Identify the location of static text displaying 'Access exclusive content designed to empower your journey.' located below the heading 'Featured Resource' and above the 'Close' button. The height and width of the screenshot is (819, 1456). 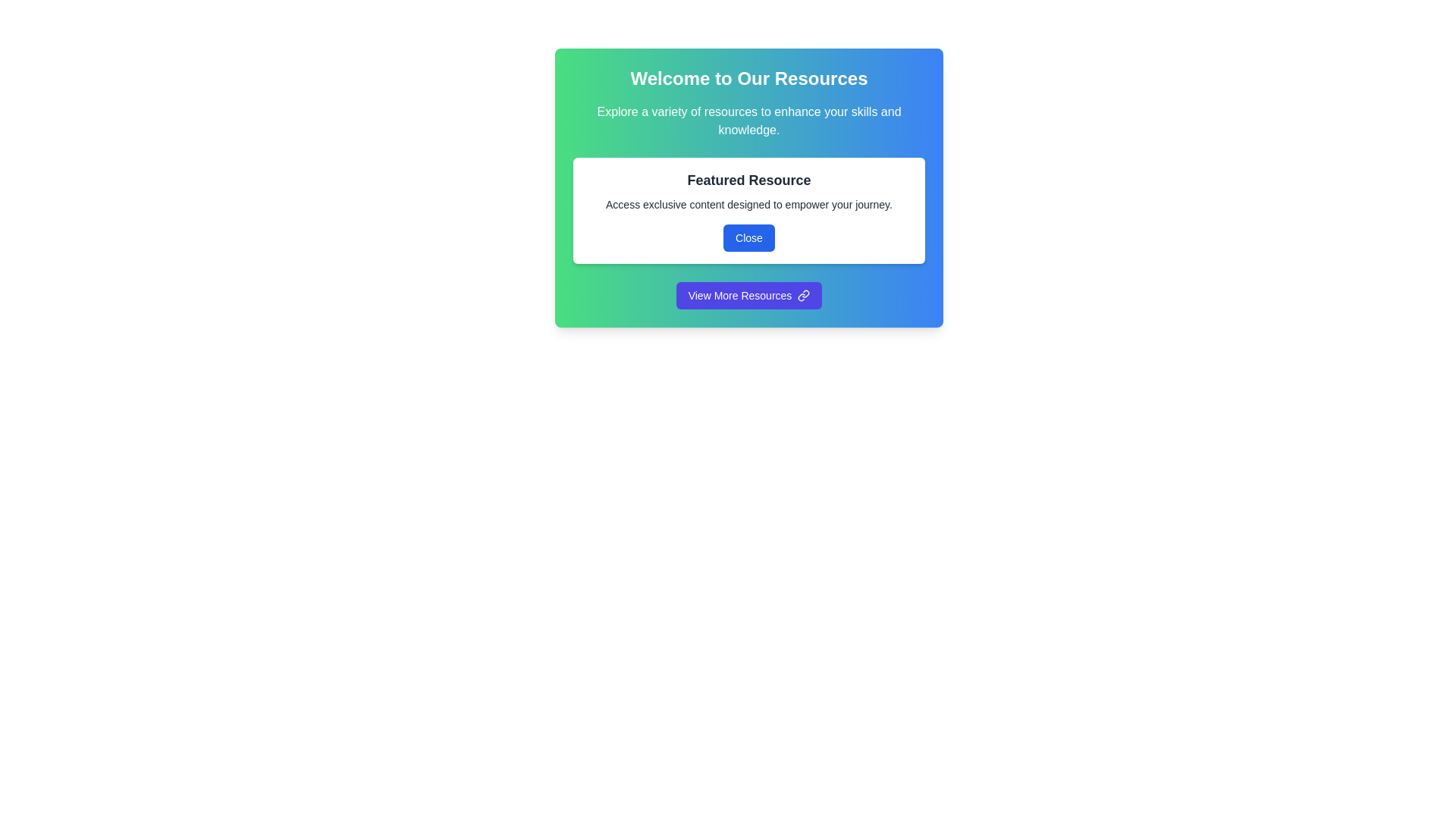
(749, 205).